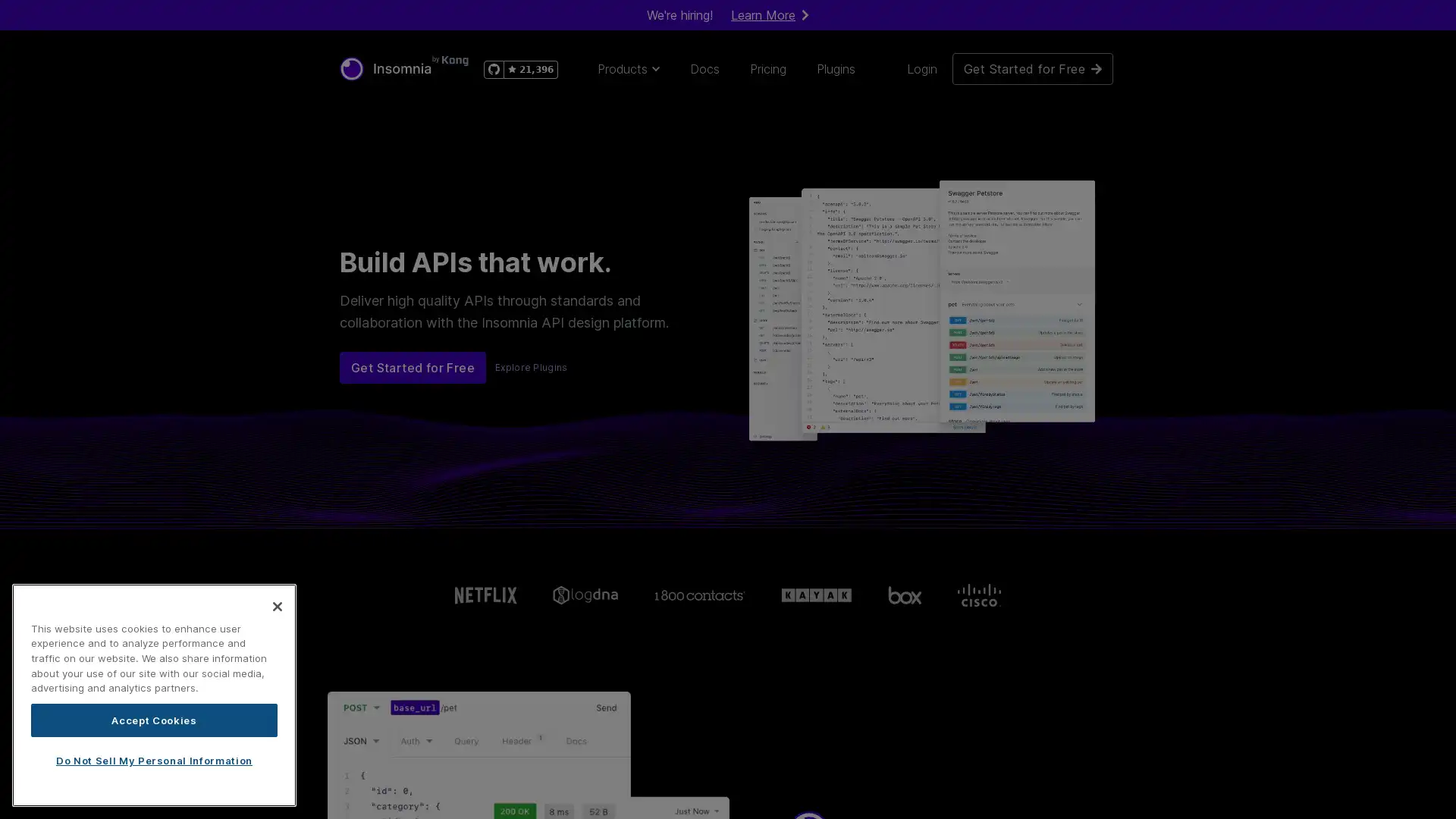  I want to click on Close, so click(277, 604).